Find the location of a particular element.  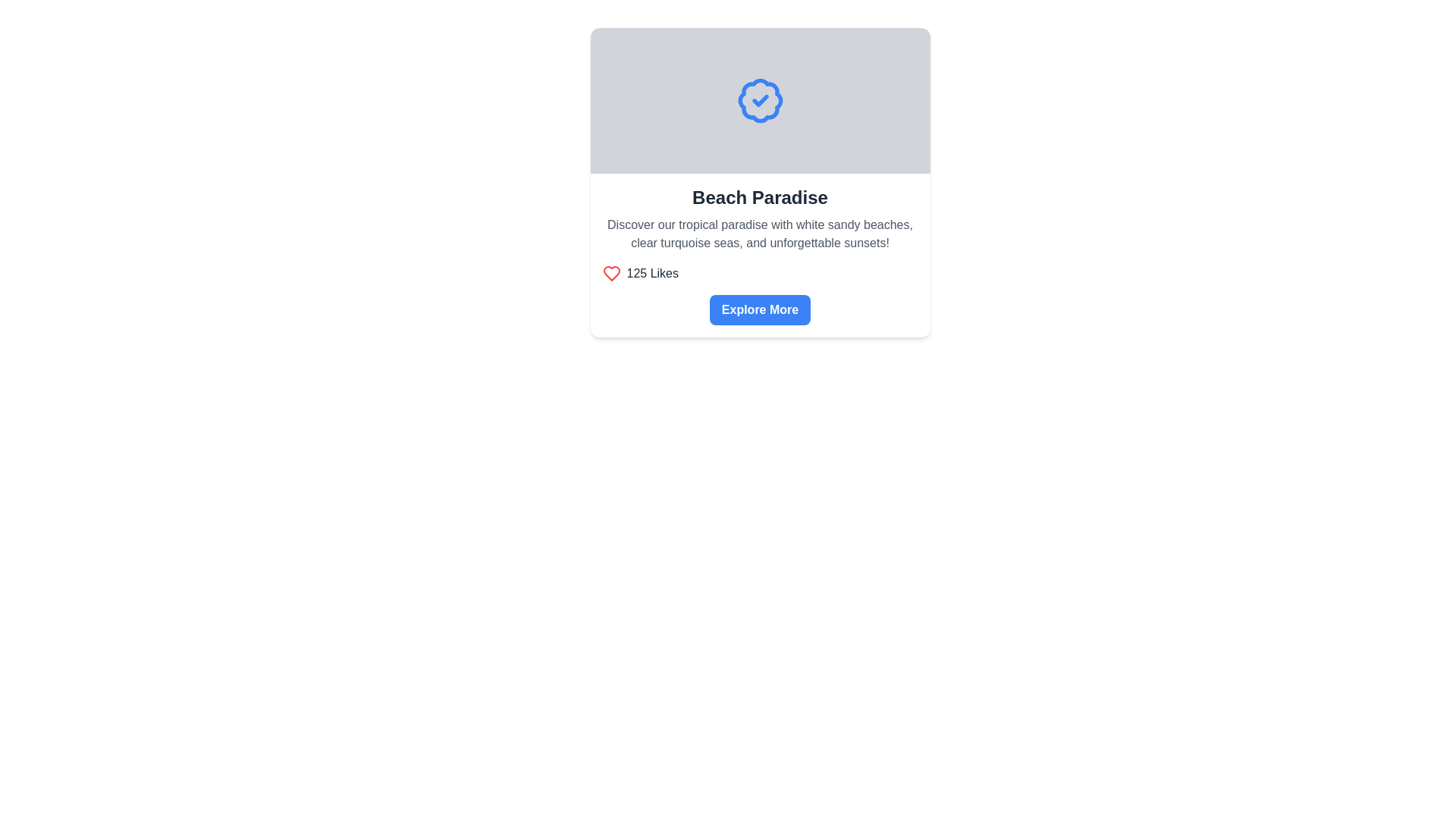

the 'Explore More' button located at the bottom center of the card layout is located at coordinates (760, 309).